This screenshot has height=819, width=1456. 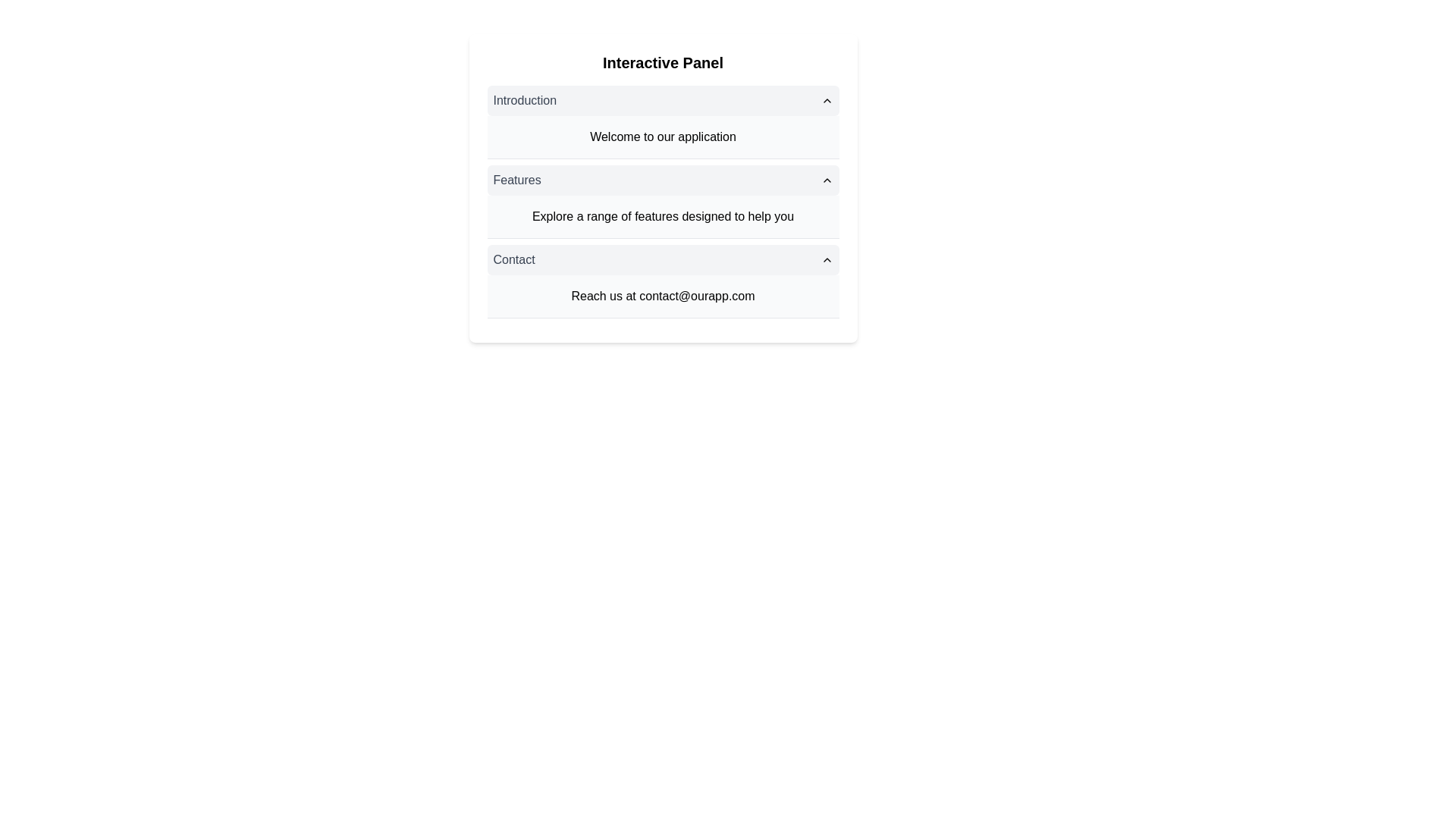 I want to click on the 'Features' heading, so click(x=516, y=180).